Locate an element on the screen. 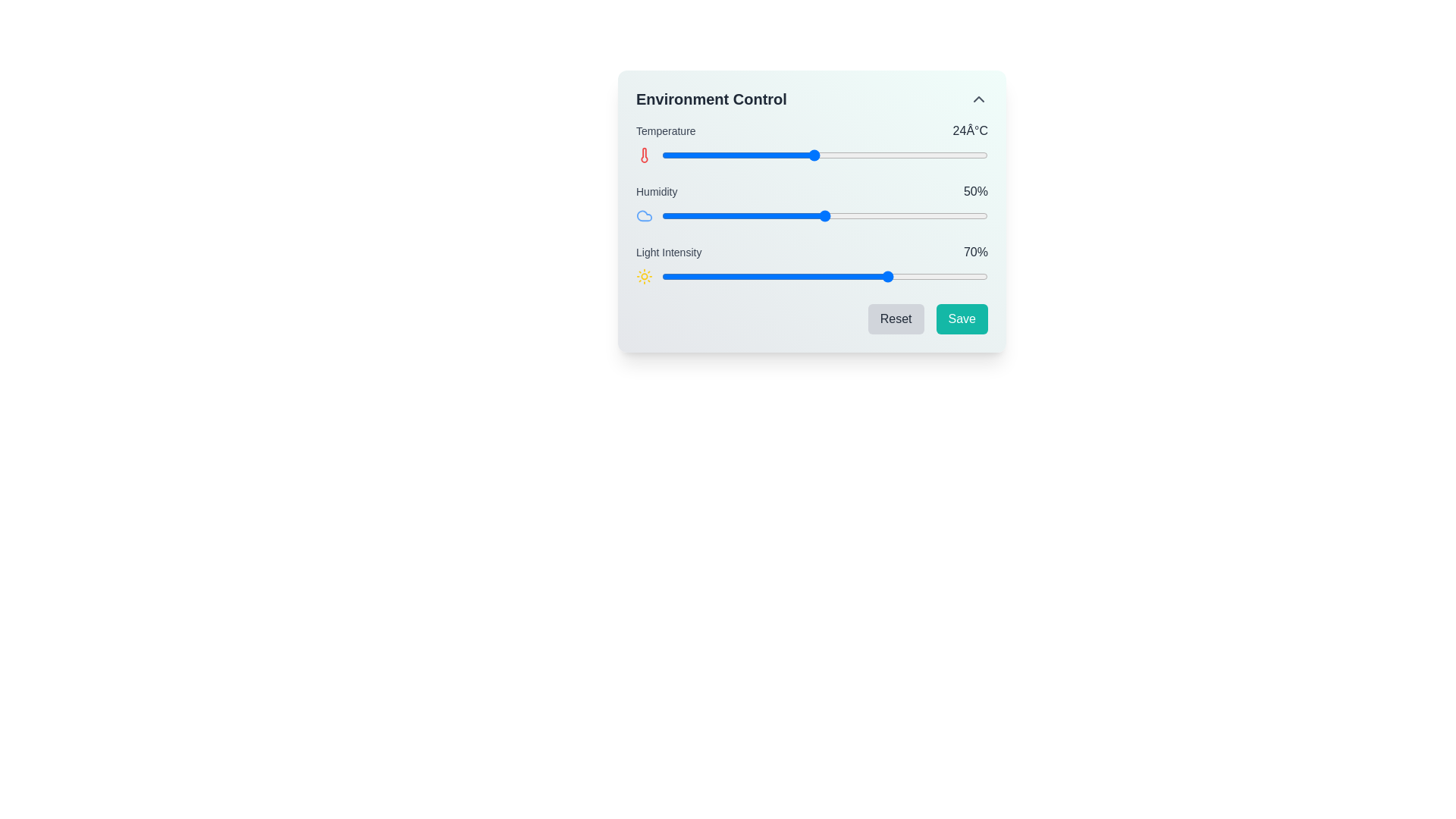 The image size is (1456, 819). the static text label displaying '24Â°C', which is styled in gray and located near the temperature control slider is located at coordinates (969, 130).